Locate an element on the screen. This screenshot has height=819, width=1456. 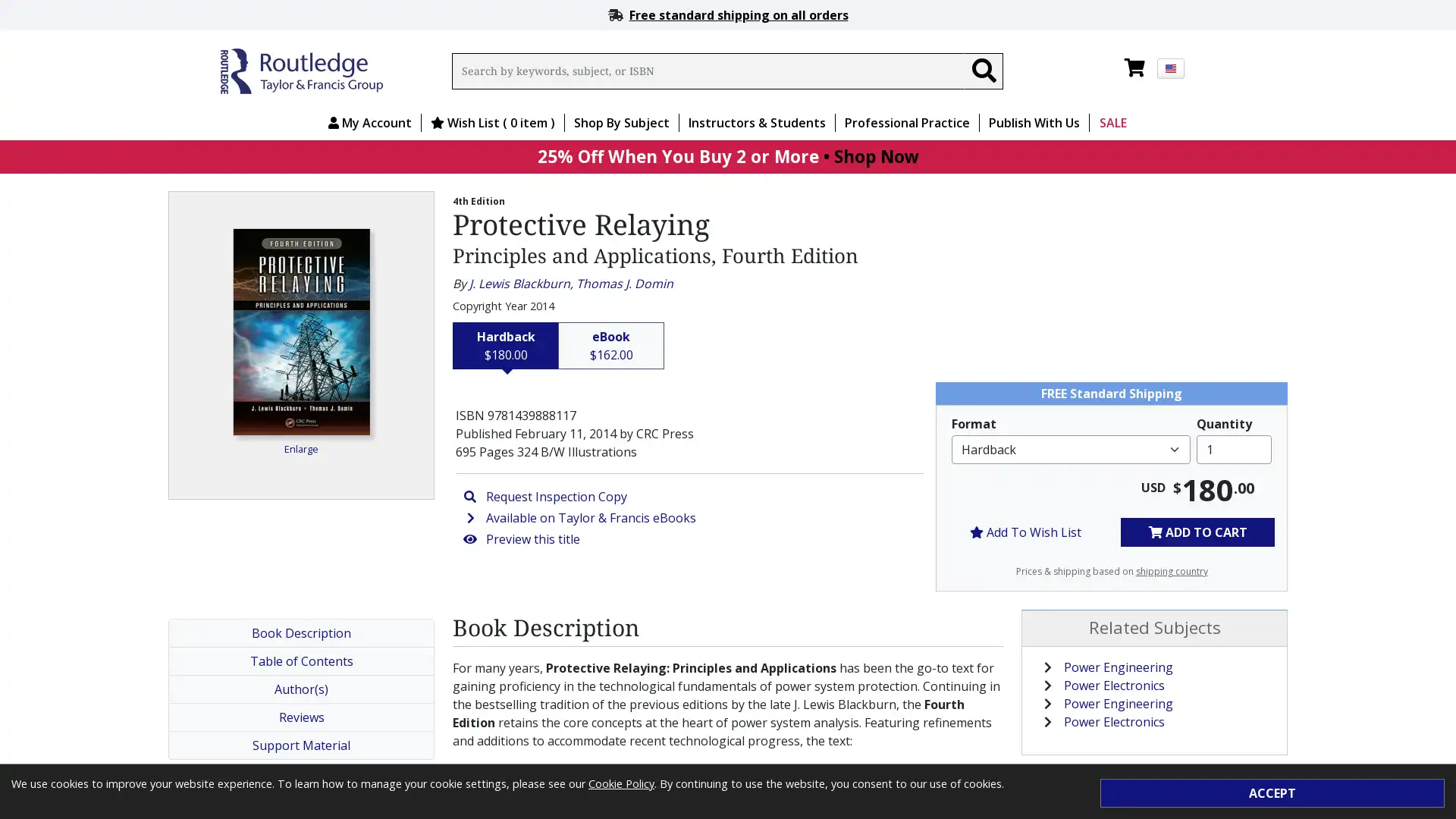
Add To Wish List is located at coordinates (1025, 531).